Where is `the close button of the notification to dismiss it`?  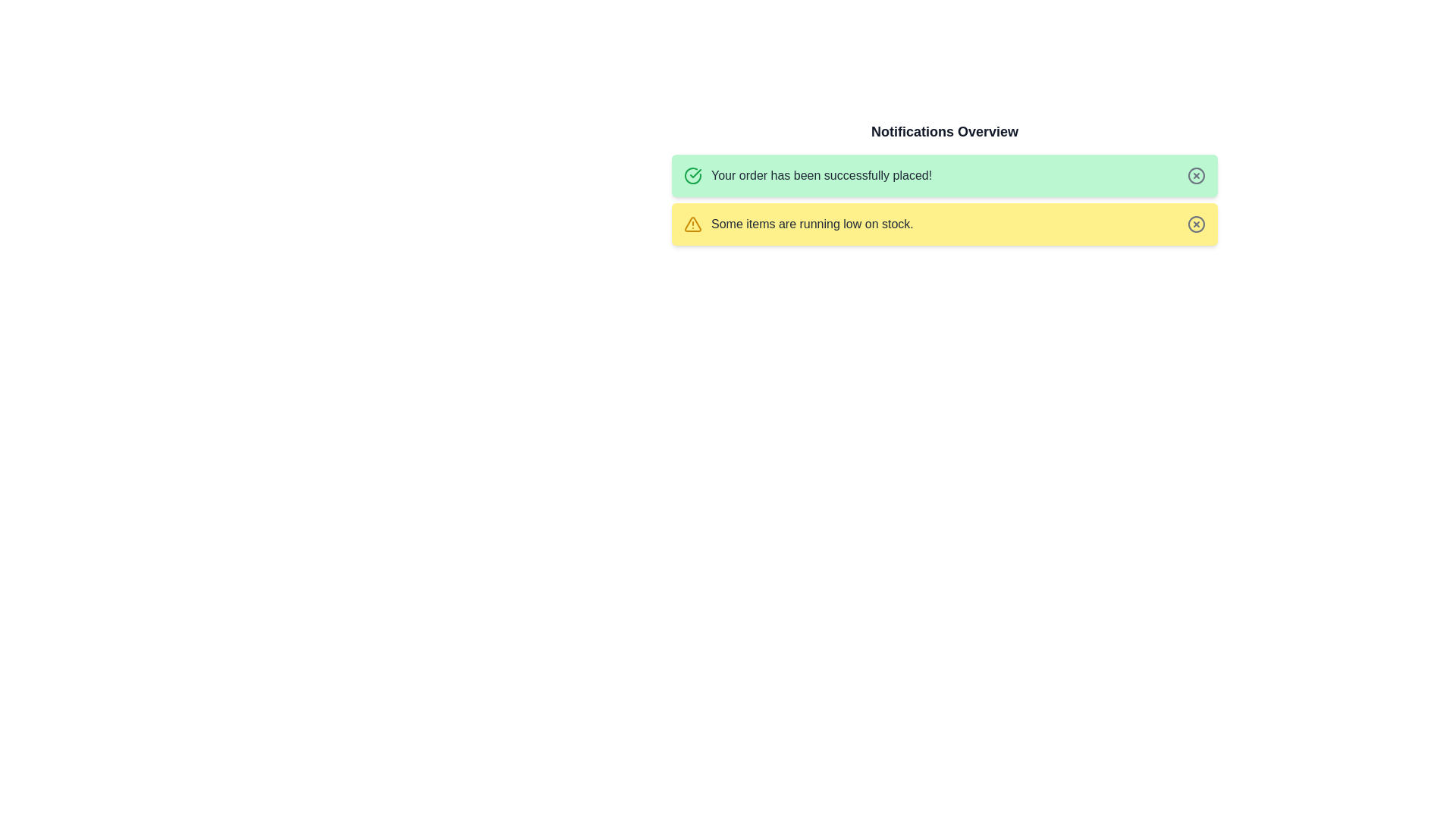 the close button of the notification to dismiss it is located at coordinates (1196, 174).